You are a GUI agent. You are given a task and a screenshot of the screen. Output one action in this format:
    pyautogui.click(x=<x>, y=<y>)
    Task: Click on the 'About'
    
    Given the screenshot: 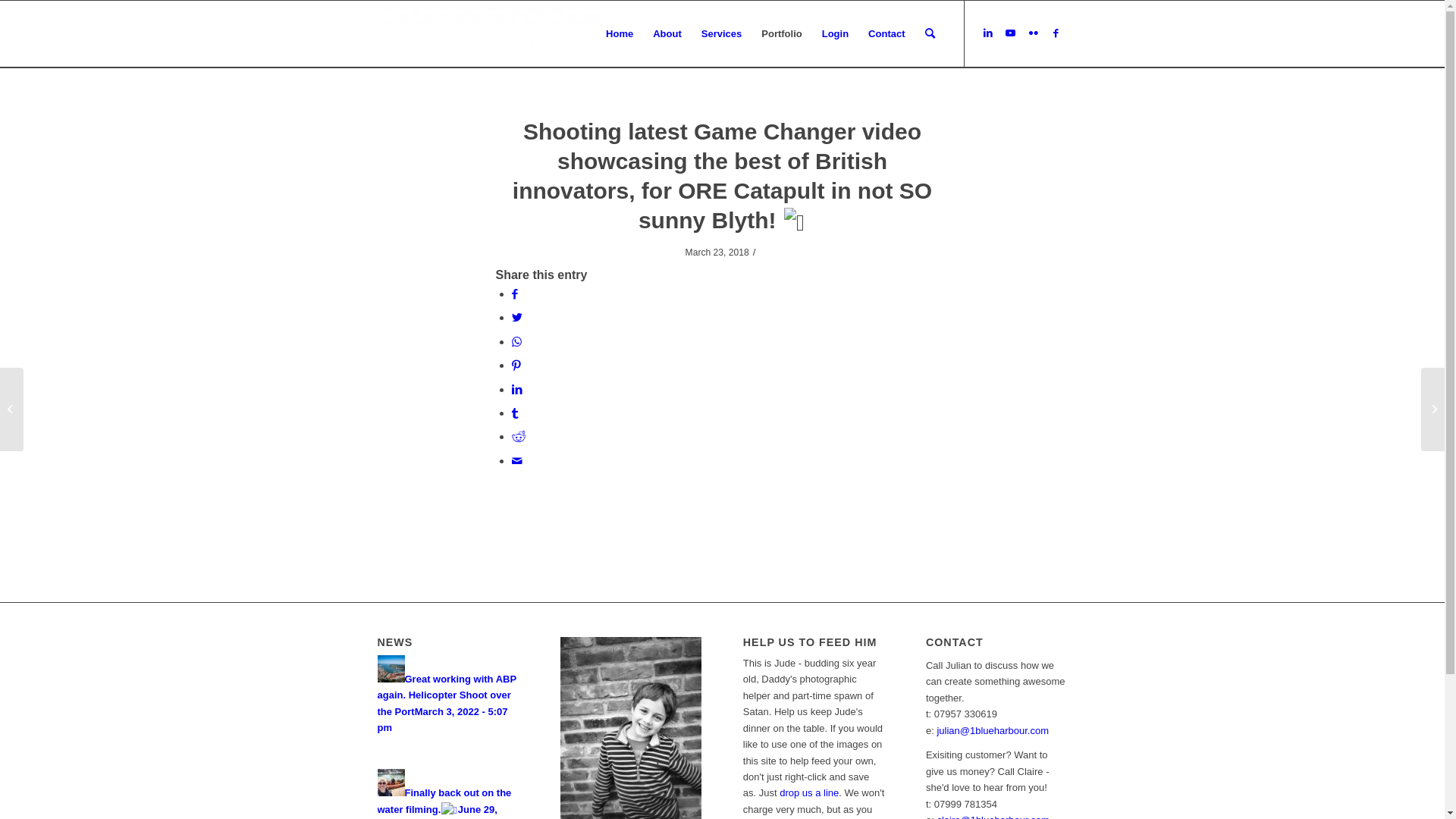 What is the action you would take?
    pyautogui.click(x=643, y=34)
    